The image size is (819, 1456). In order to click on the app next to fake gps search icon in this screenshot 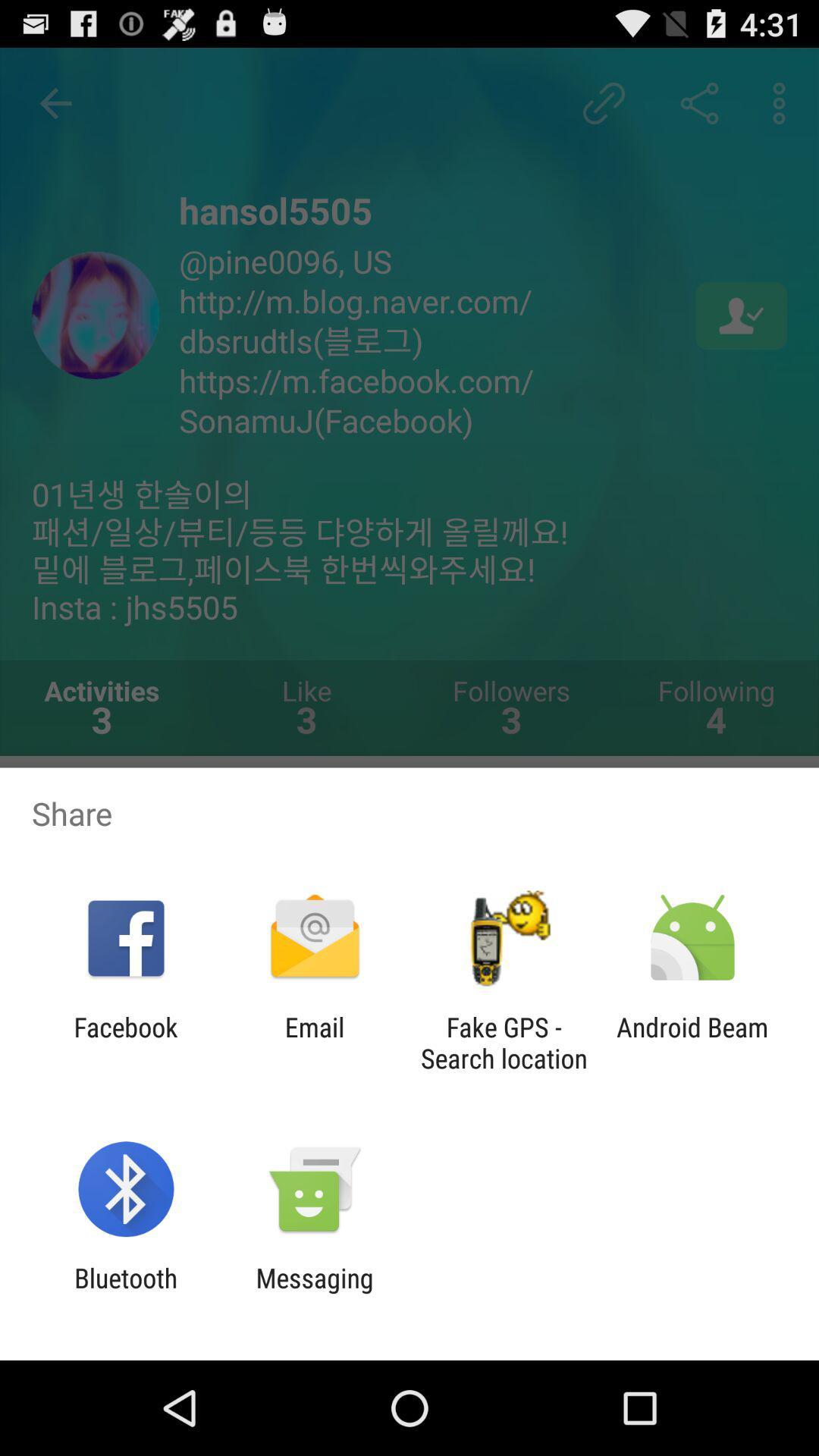, I will do `click(314, 1042)`.